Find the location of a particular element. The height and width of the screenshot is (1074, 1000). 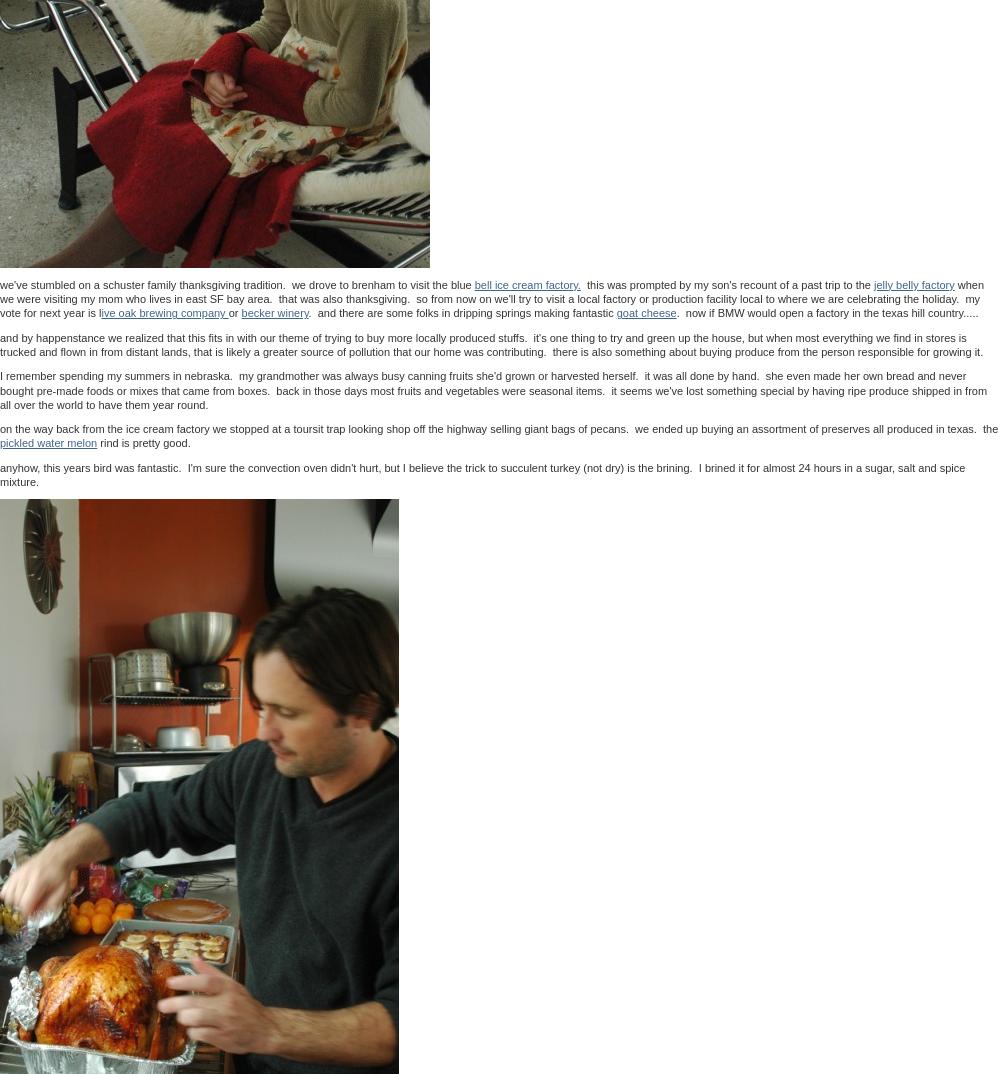

'when we were visiting my mom who lives in east SF bay area.  that was also thanksgiving.  so from now on we'll try to visit a local factory or production facility local to where we are celebrating the holiday.  my vote for next year is l' is located at coordinates (491, 298).